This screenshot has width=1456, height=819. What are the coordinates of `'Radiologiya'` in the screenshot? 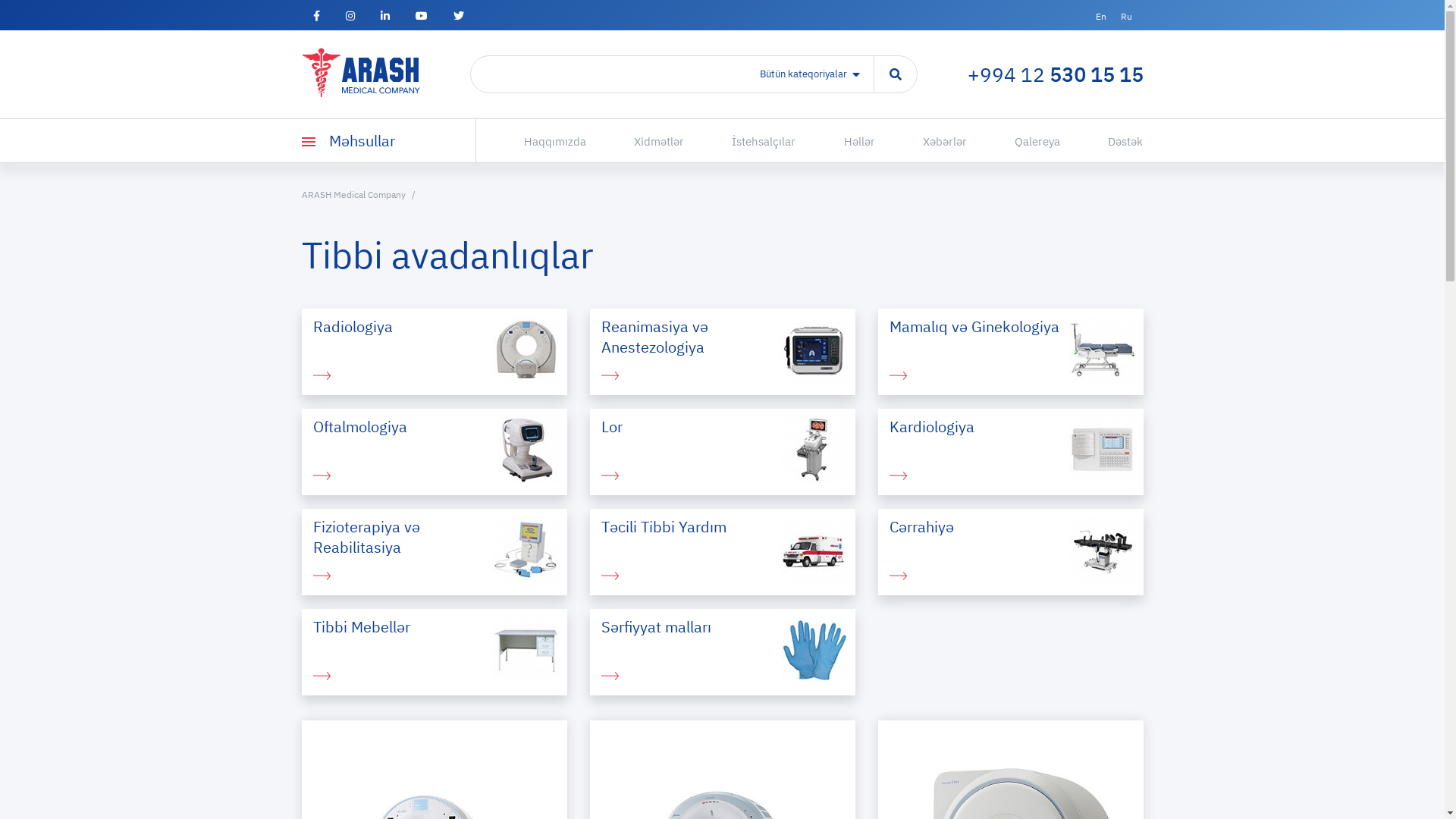 It's located at (433, 351).